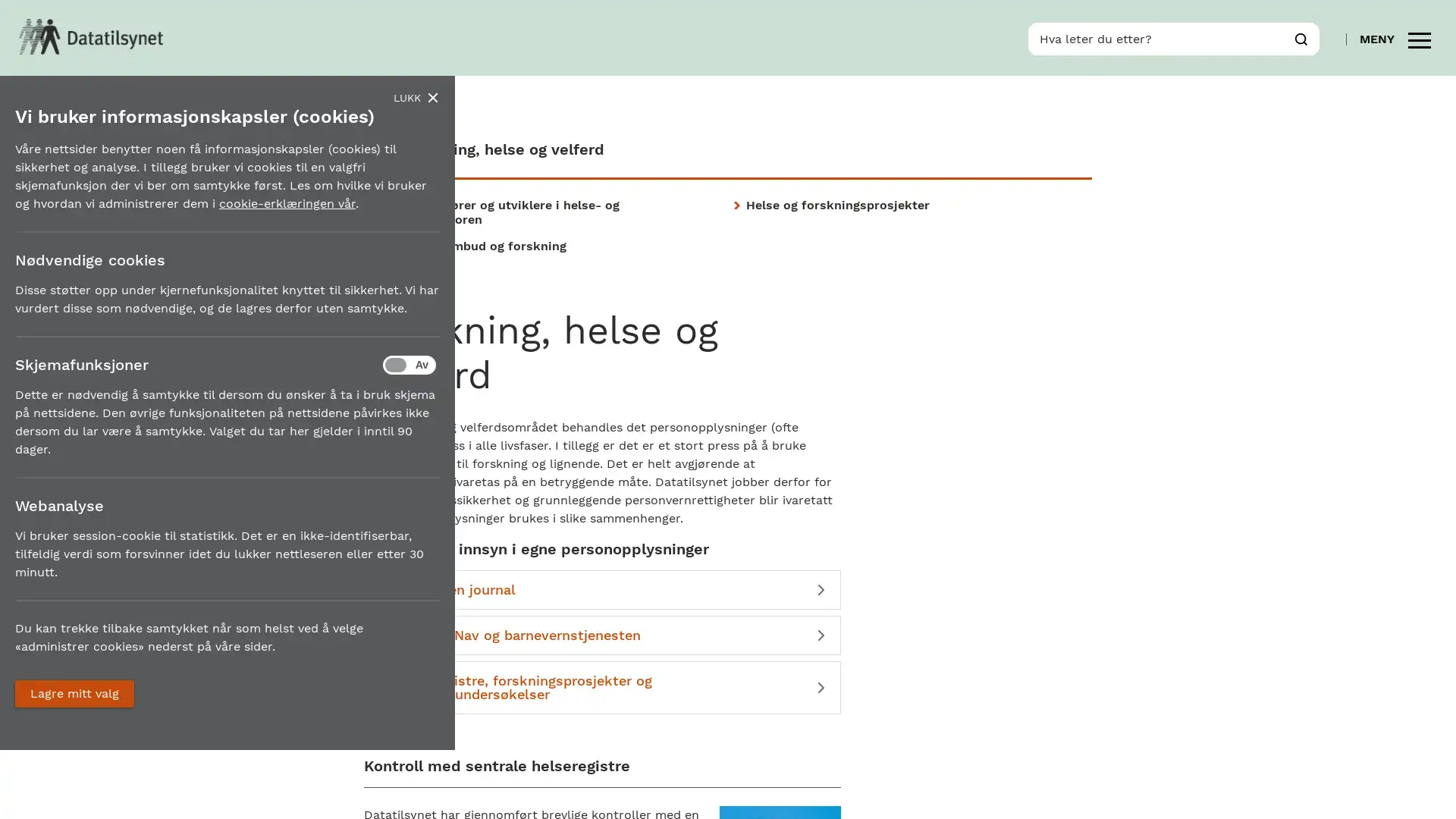 This screenshot has height=819, width=1456. What do you see at coordinates (1395, 37) in the screenshot?
I see `MENY VIS/SKJUL MENY` at bounding box center [1395, 37].